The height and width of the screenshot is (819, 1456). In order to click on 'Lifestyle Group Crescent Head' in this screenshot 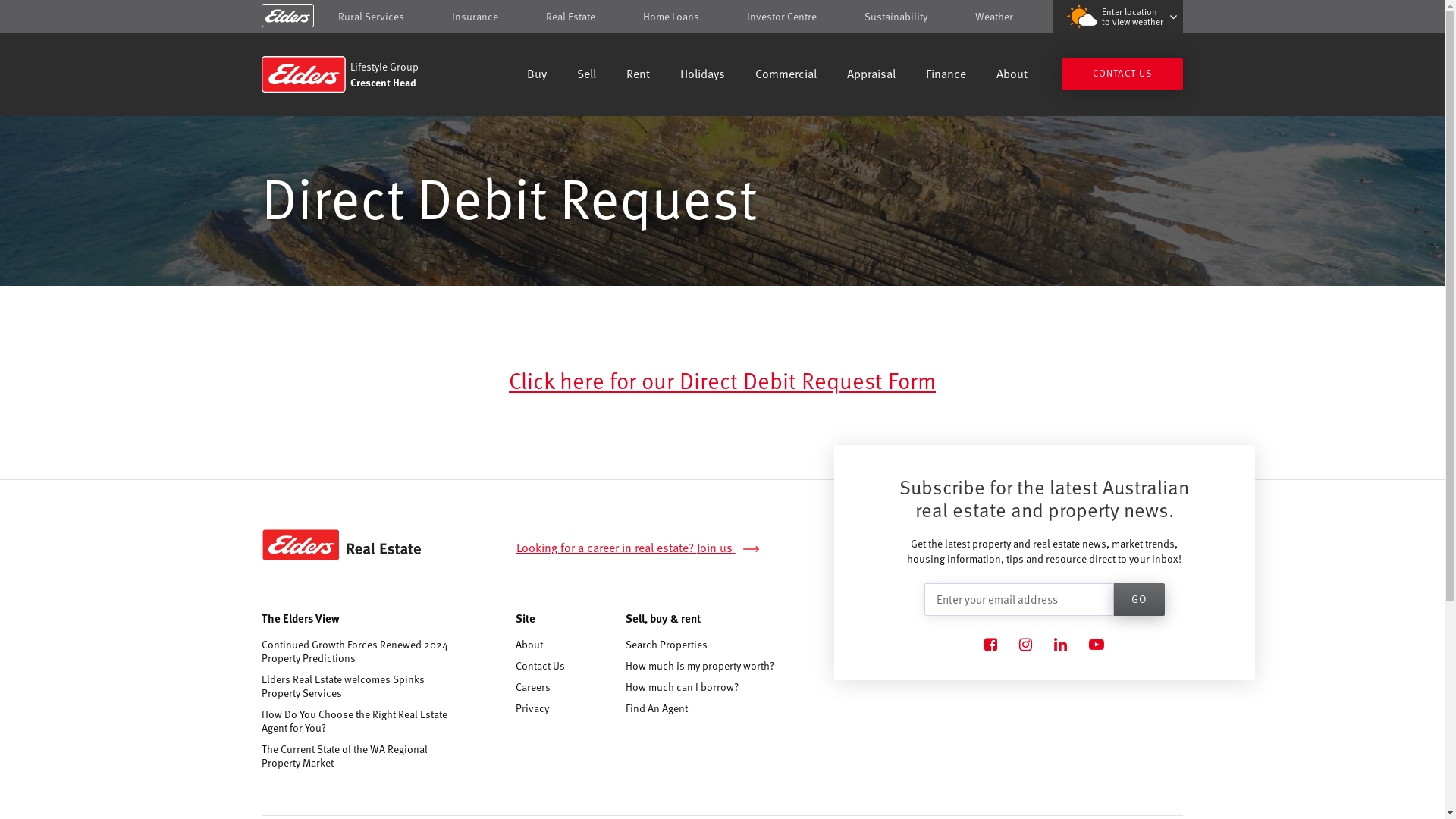, I will do `click(370, 74)`.